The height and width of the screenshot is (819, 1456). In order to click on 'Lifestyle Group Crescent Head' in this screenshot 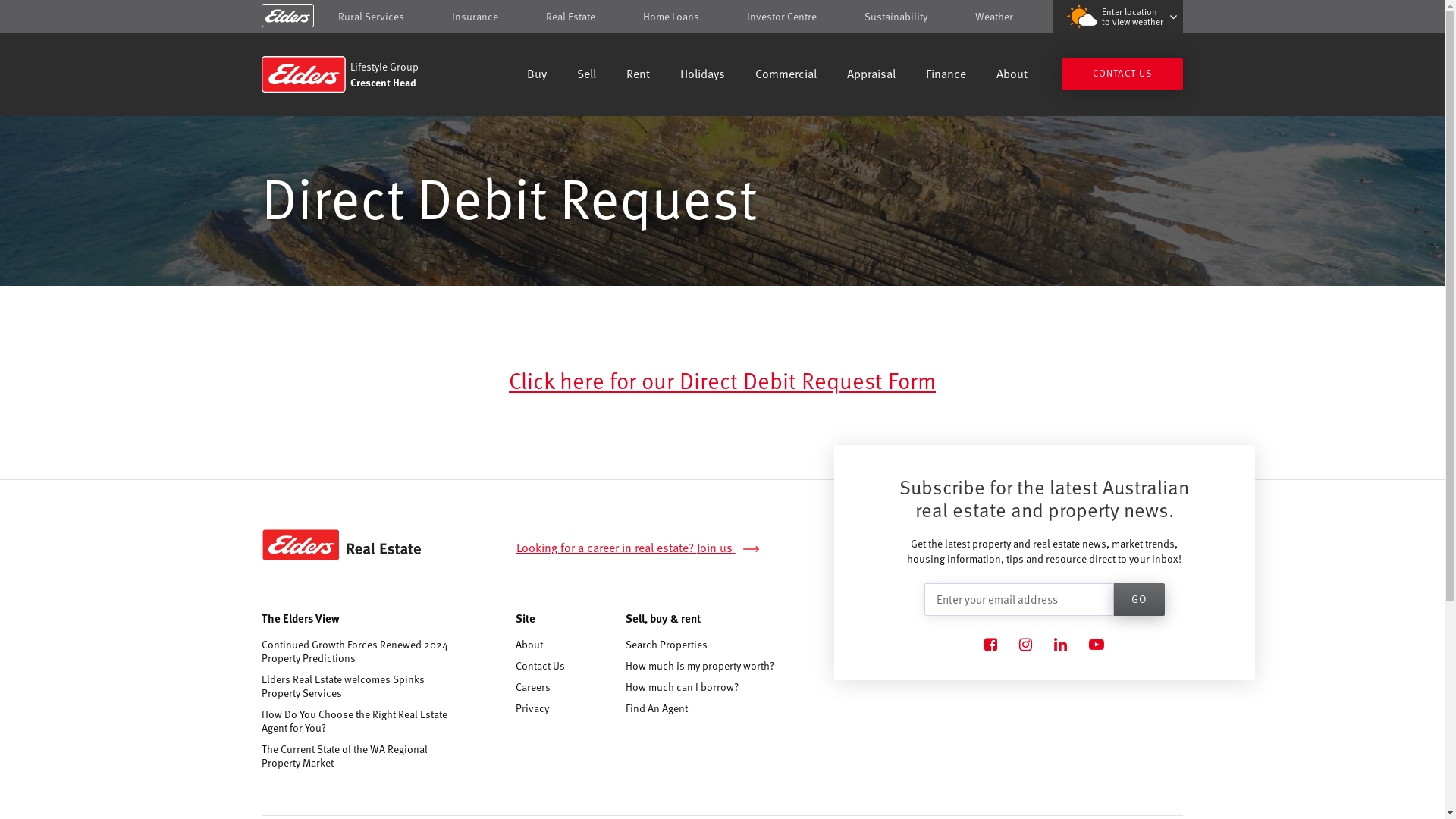, I will do `click(370, 74)`.